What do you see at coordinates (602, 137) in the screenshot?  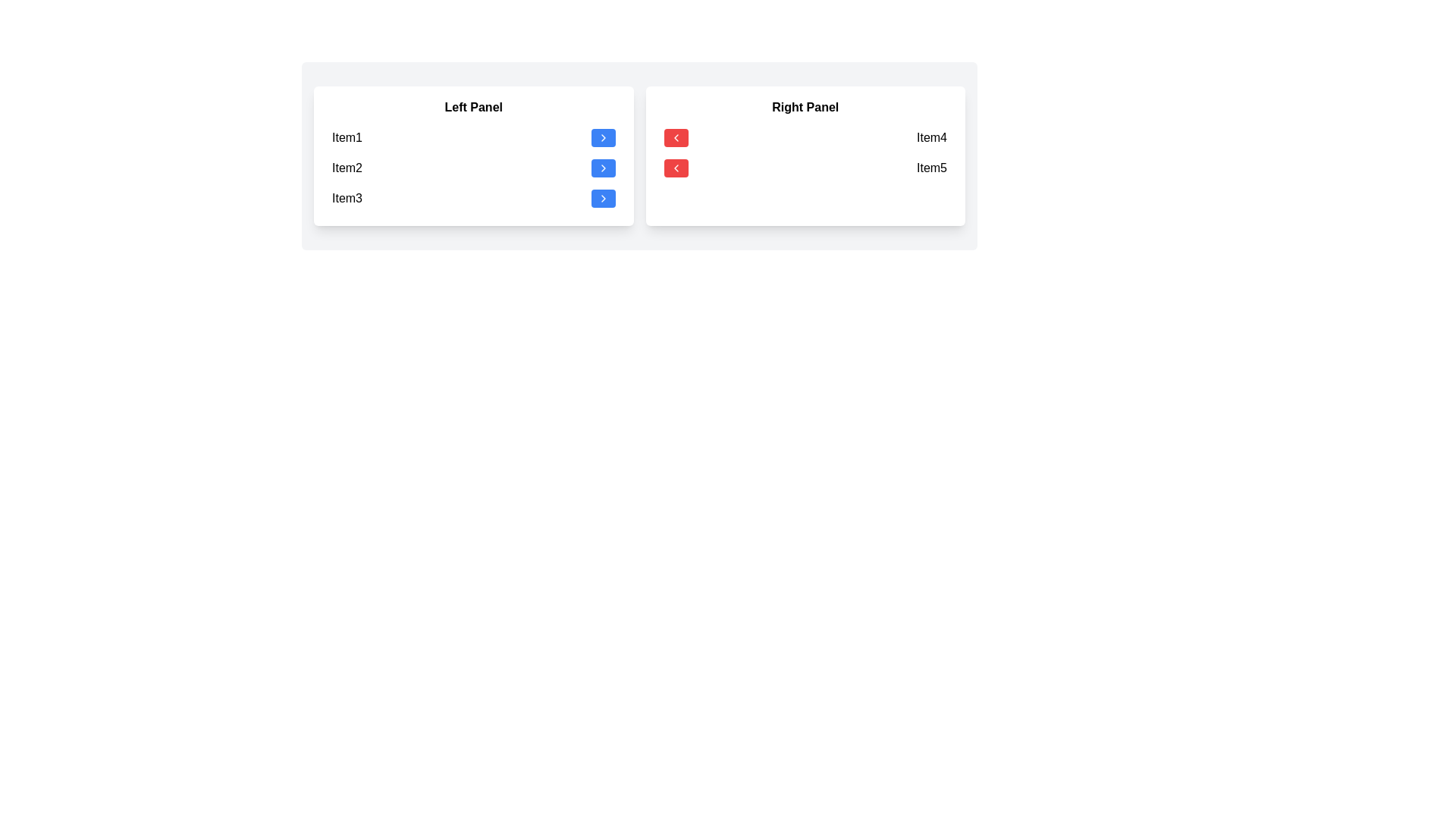 I see `blue button next to the item labeled Item1 in the left panel to transfer it to the right panel` at bounding box center [602, 137].